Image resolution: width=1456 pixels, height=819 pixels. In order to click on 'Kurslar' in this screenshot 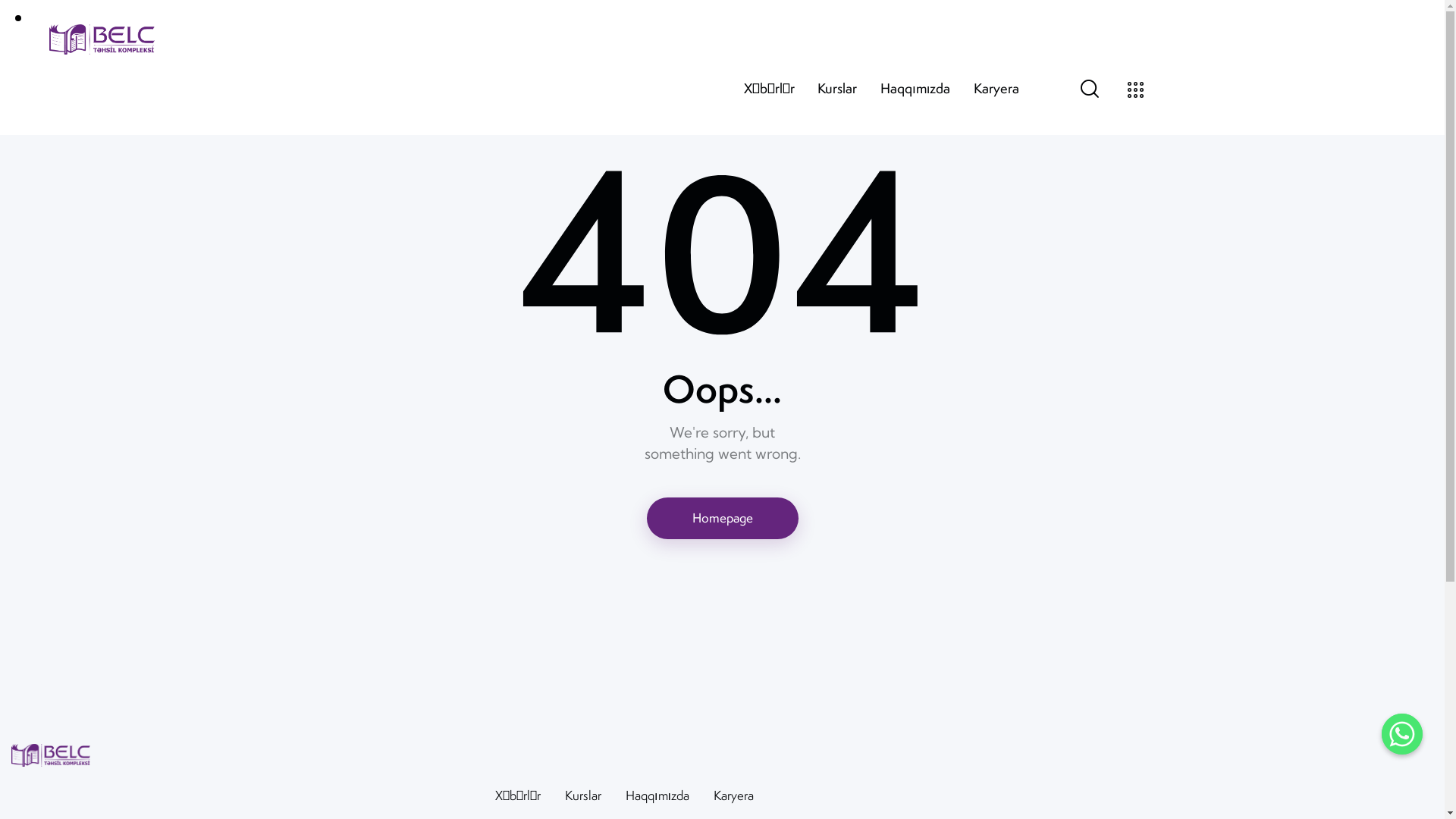, I will do `click(582, 795)`.